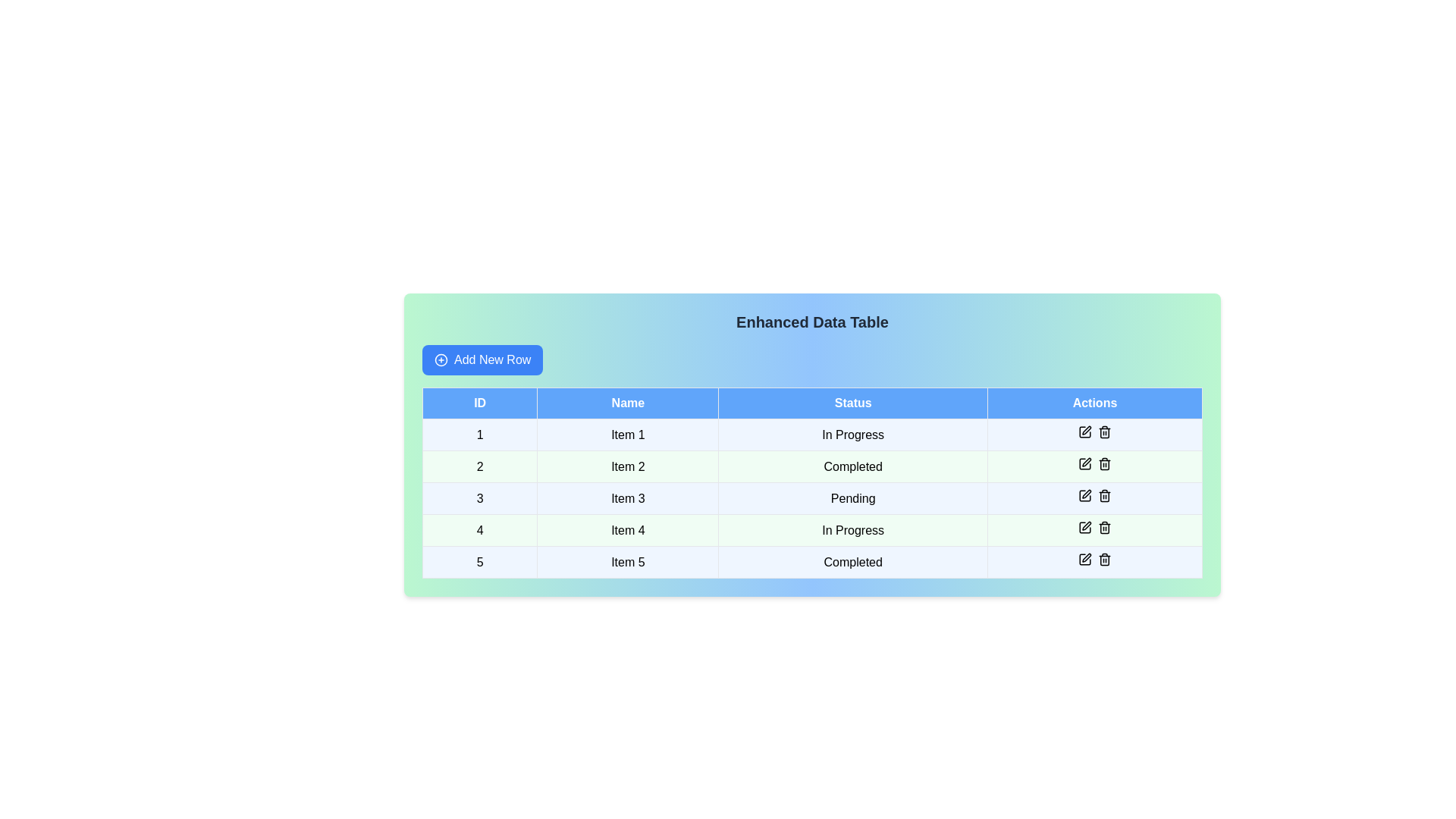  I want to click on the Table Column Header labeled 'Name' with a light-blue background and white bold font, which is the second column header in the table layout, so click(628, 403).